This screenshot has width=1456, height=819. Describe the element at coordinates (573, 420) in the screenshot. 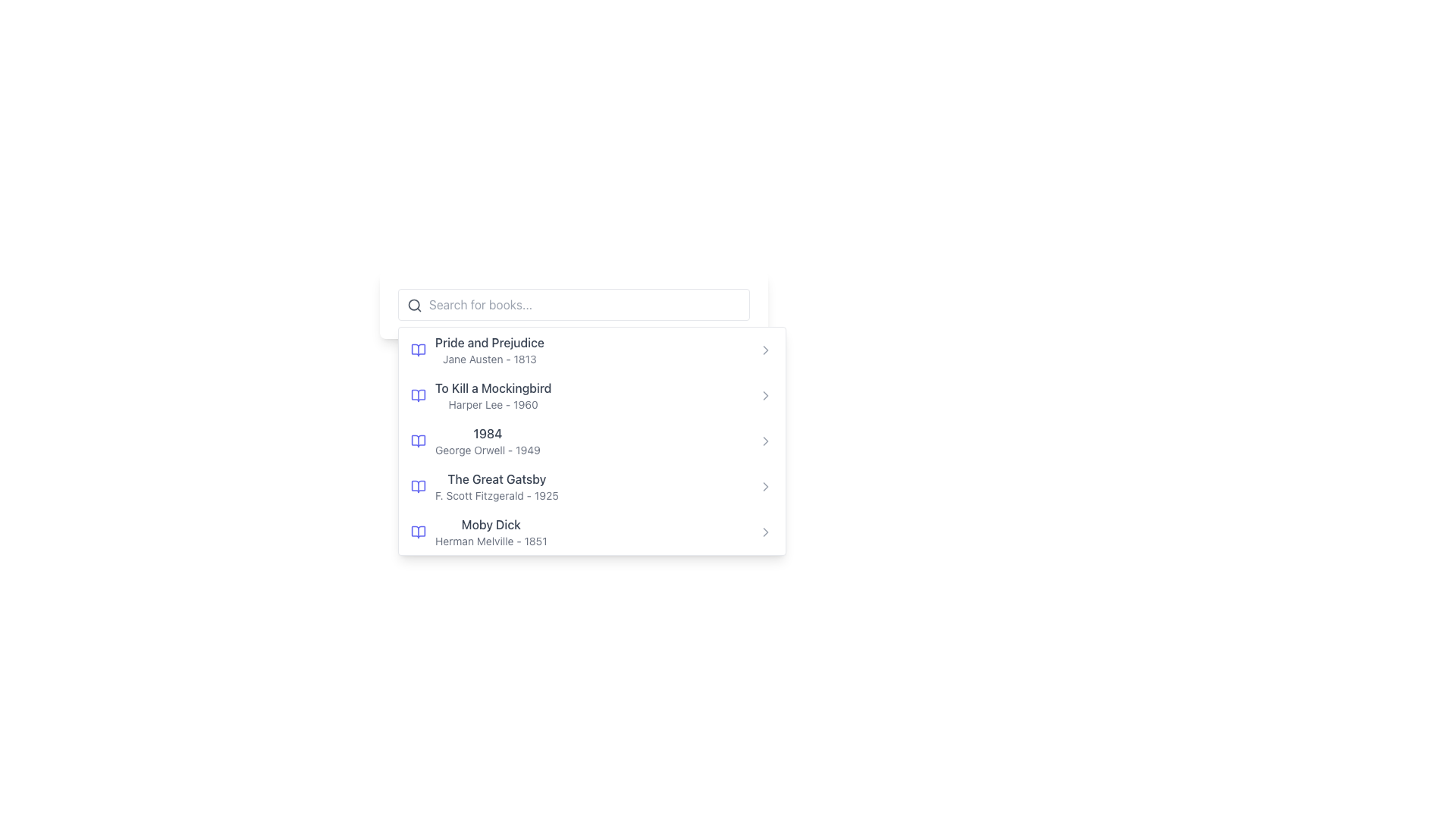

I see `the third item in the dropdown menu under the input search box labeled 'Search for books...'` at that location.